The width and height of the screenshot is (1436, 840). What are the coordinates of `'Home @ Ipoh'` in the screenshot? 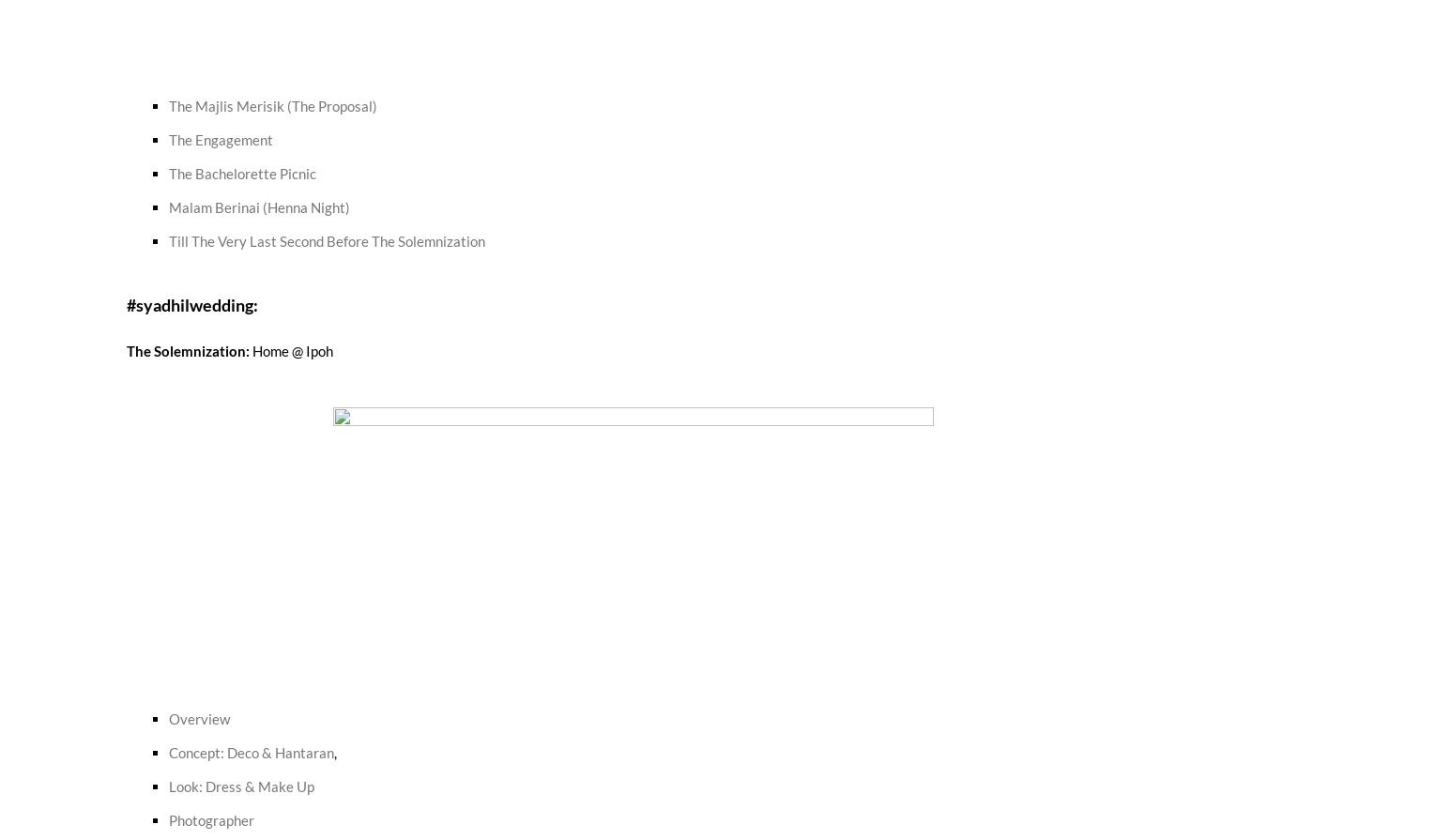 It's located at (292, 350).